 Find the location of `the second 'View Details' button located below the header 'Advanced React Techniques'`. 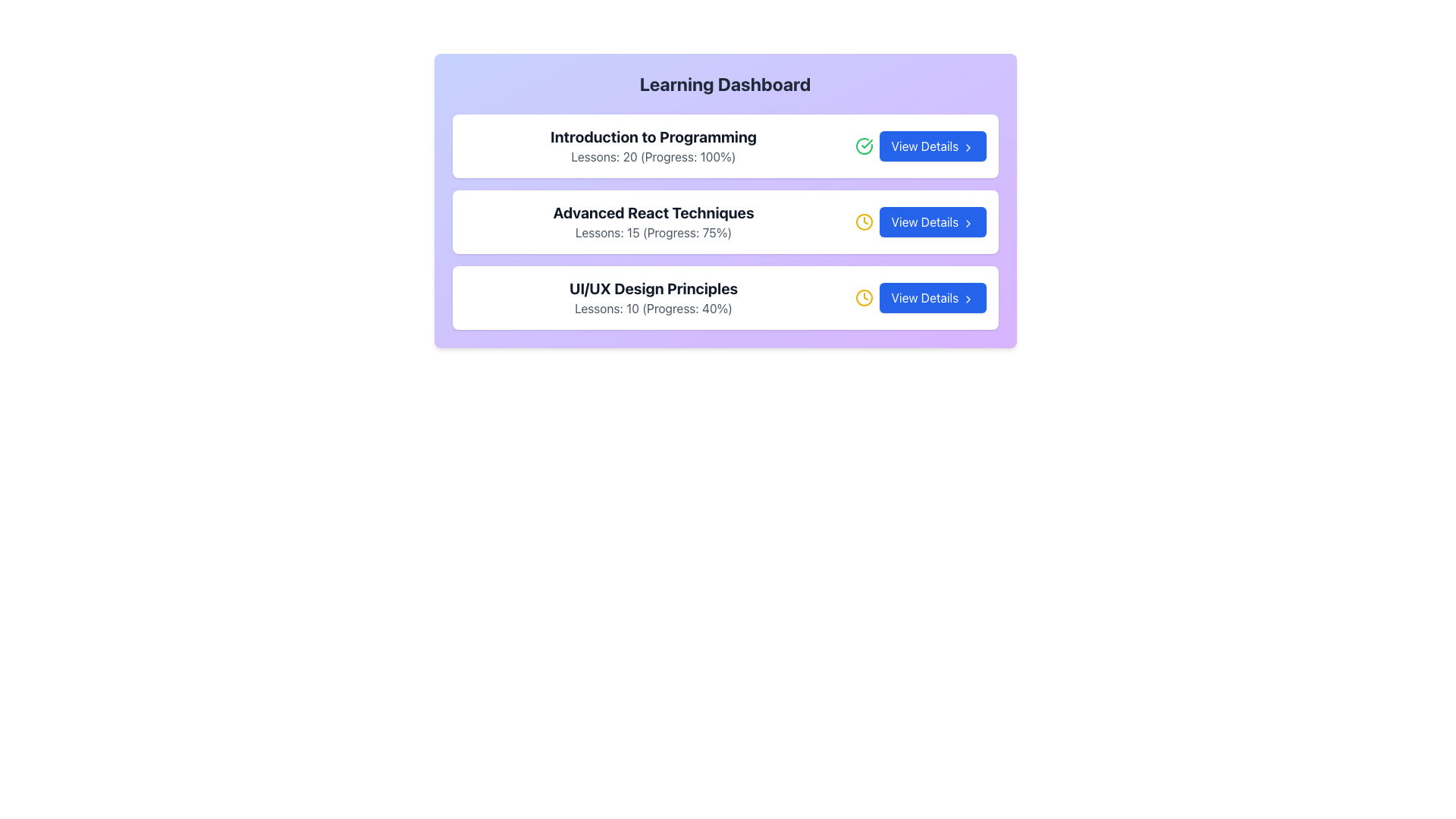

the second 'View Details' button located below the header 'Advanced React Techniques' is located at coordinates (920, 222).